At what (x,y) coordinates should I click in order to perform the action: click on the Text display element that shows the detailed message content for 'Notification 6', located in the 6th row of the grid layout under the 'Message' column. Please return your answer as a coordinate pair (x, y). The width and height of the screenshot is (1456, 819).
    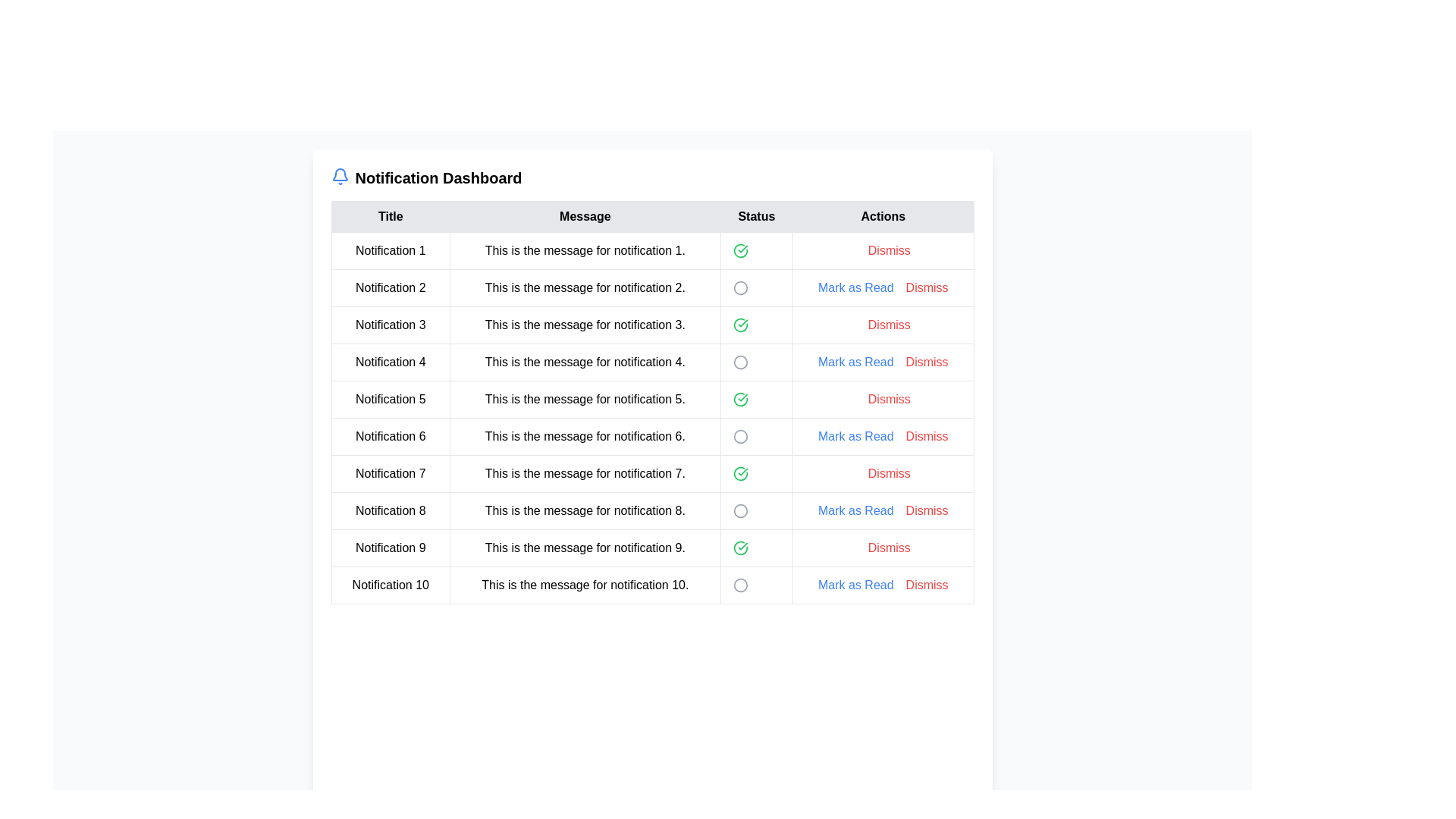
    Looking at the image, I should click on (584, 436).